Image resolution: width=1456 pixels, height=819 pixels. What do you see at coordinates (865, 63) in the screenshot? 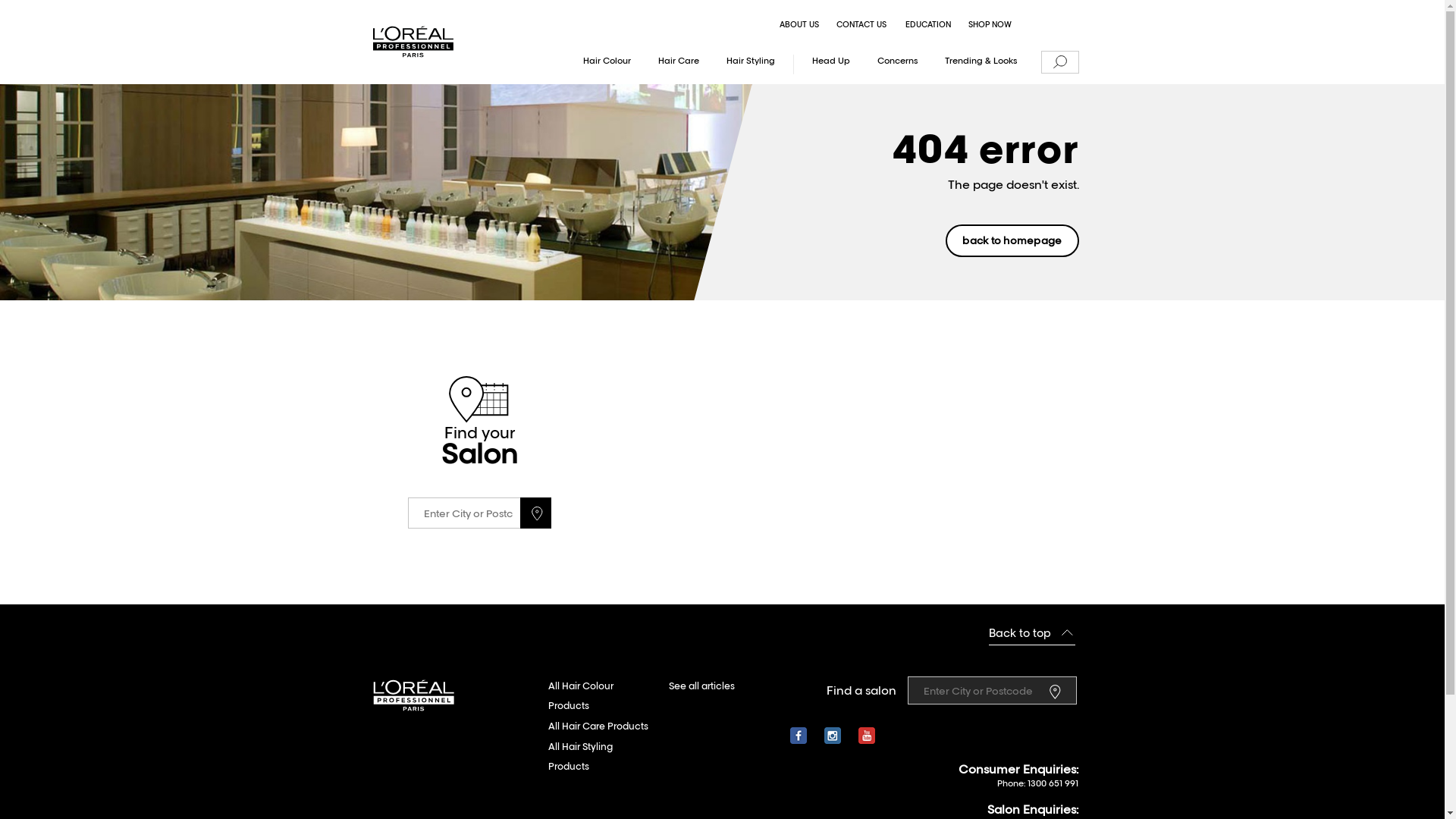
I see `'Concerns'` at bounding box center [865, 63].